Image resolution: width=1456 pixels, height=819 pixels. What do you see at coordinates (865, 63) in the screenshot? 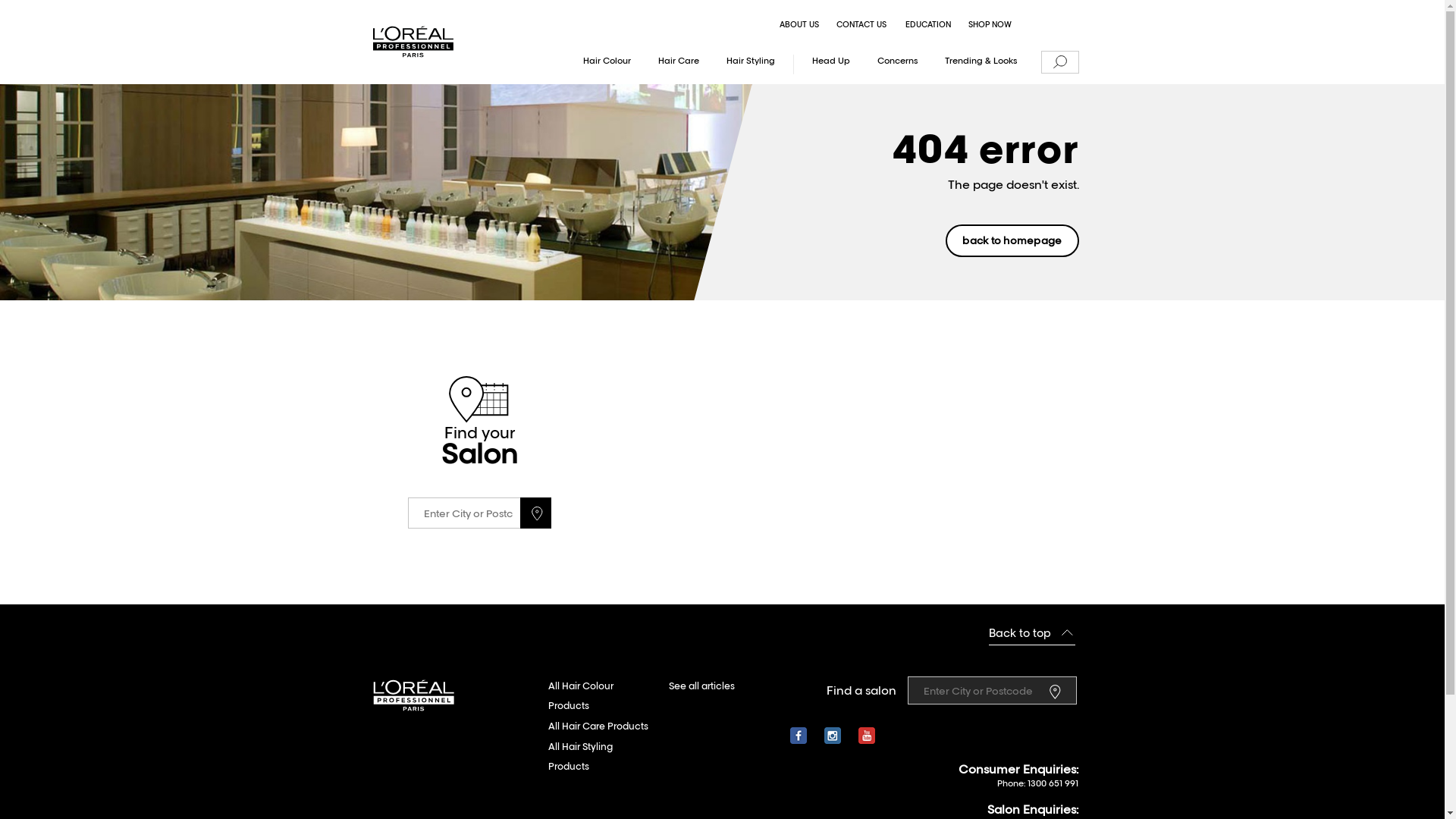
I see `'Concerns'` at bounding box center [865, 63].